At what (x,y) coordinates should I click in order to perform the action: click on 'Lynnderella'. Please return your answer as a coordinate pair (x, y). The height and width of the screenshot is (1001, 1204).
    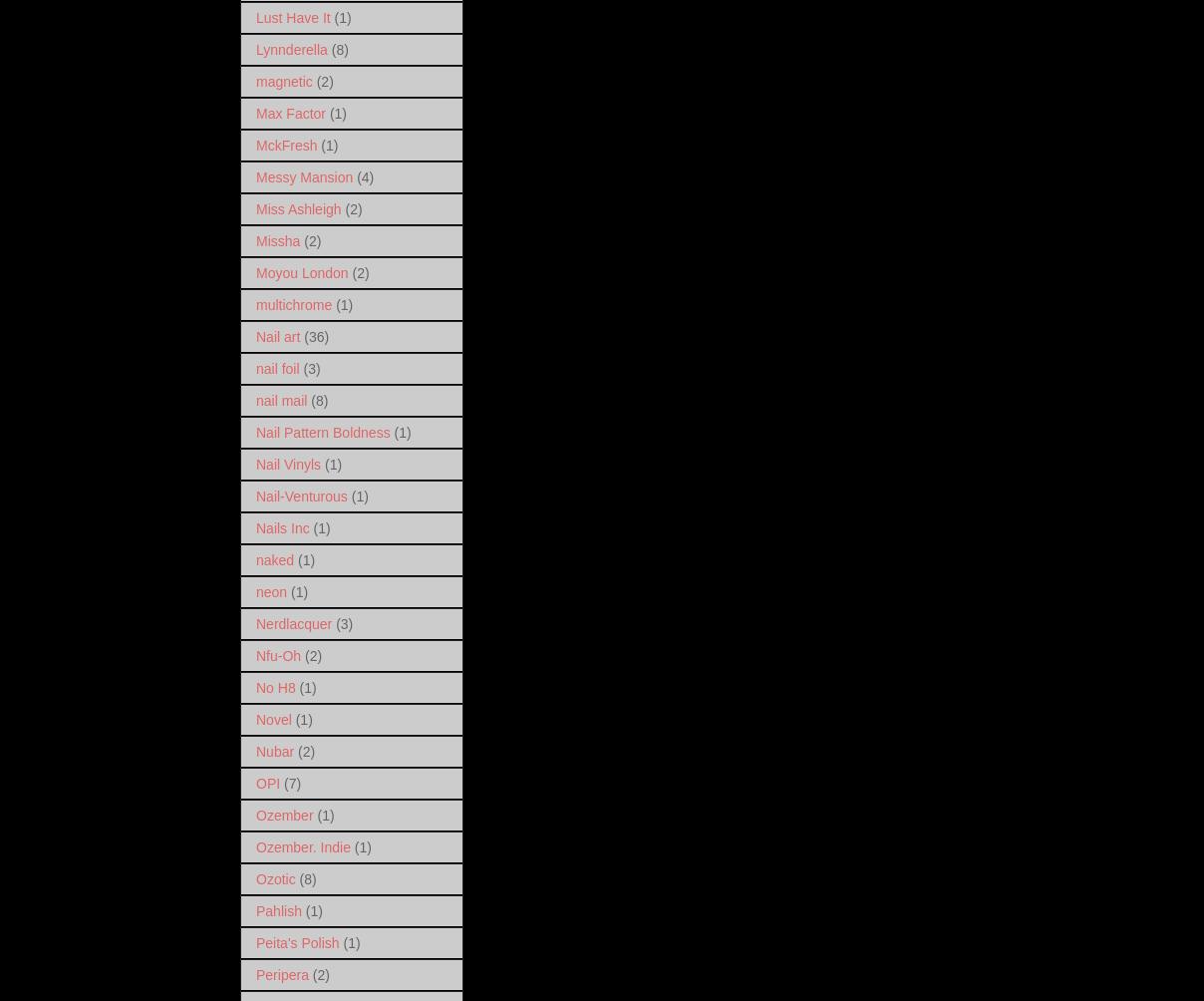
    Looking at the image, I should click on (291, 48).